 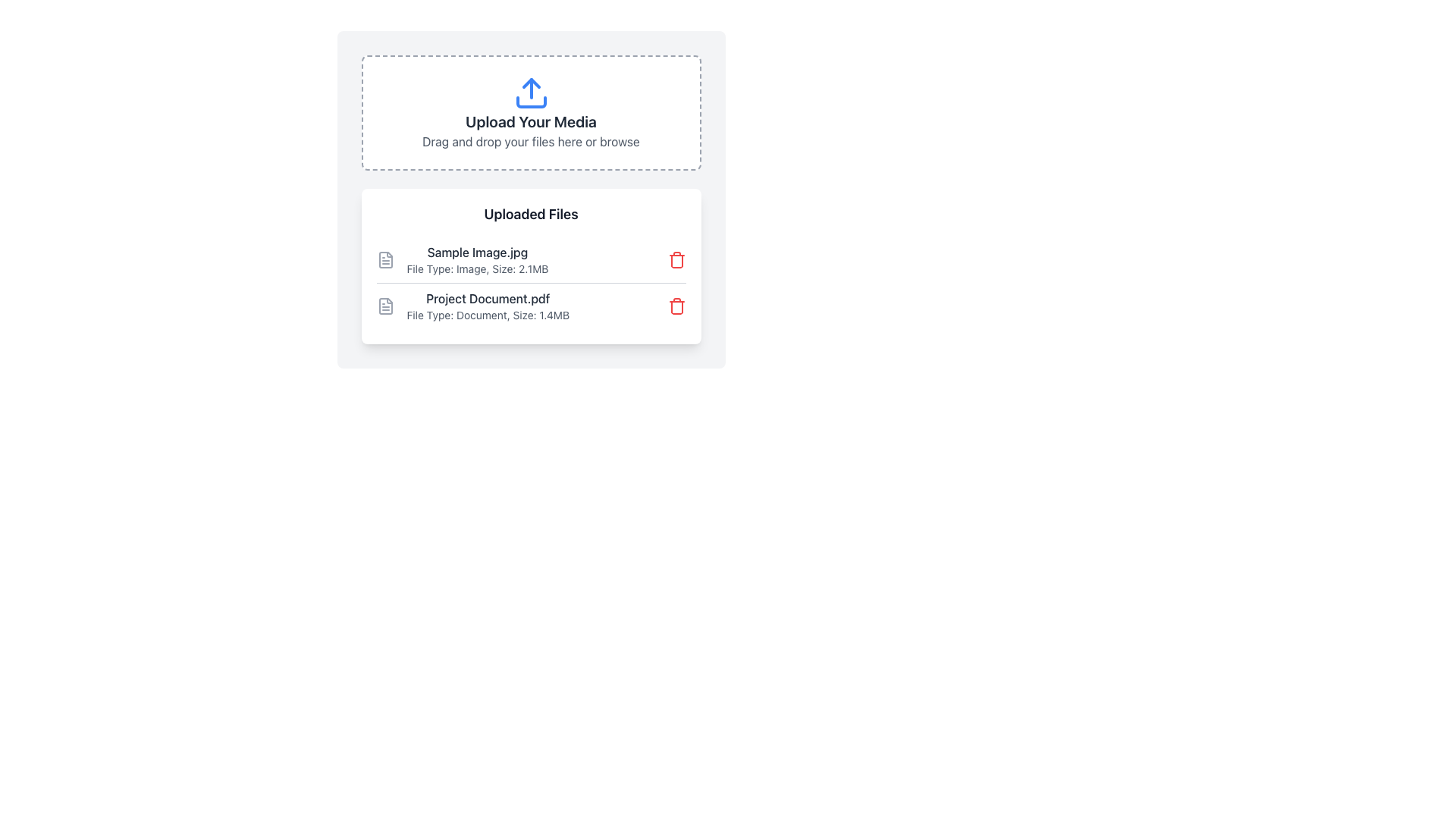 What do you see at coordinates (385, 306) in the screenshot?
I see `the decorative icon representing the document associated with the file entry for 'Project Document.pdf' in the second entry of the uploaded files list` at bounding box center [385, 306].